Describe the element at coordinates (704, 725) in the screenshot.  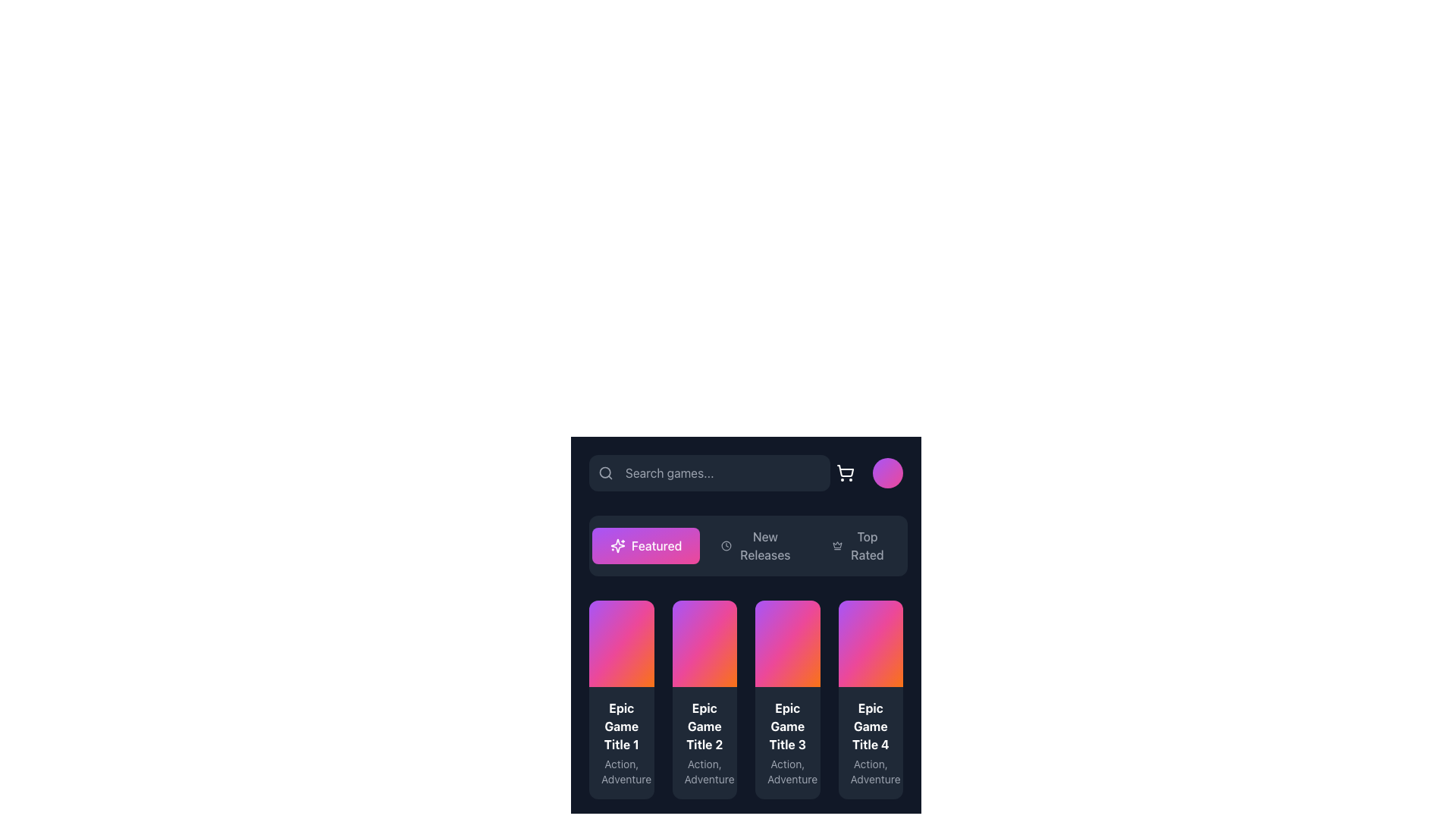
I see `the title of the game displayed on the second card from the left, positioned at the top of the card above the genre text` at that location.